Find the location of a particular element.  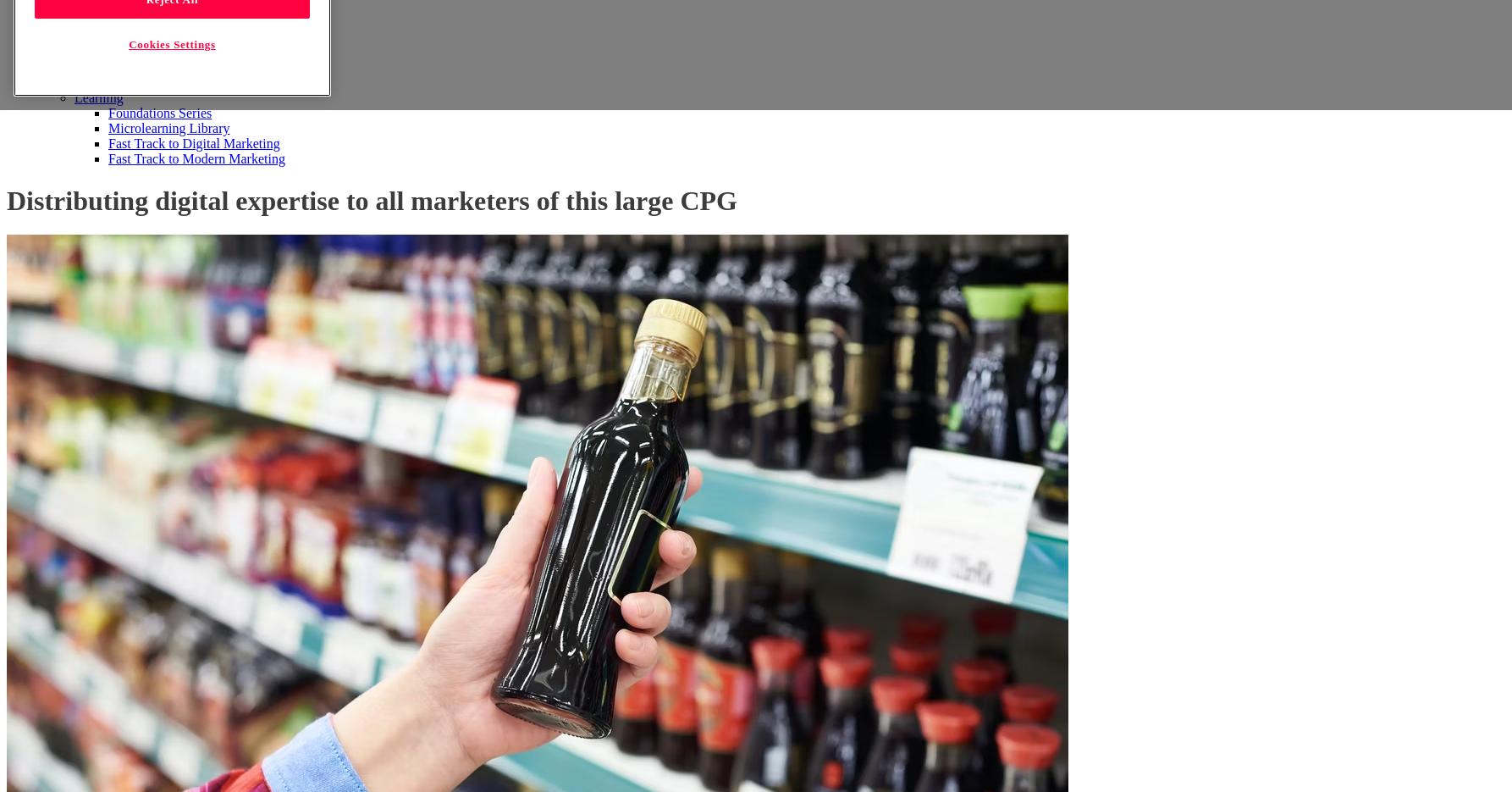

'Customer Experience' is located at coordinates (165, 20).